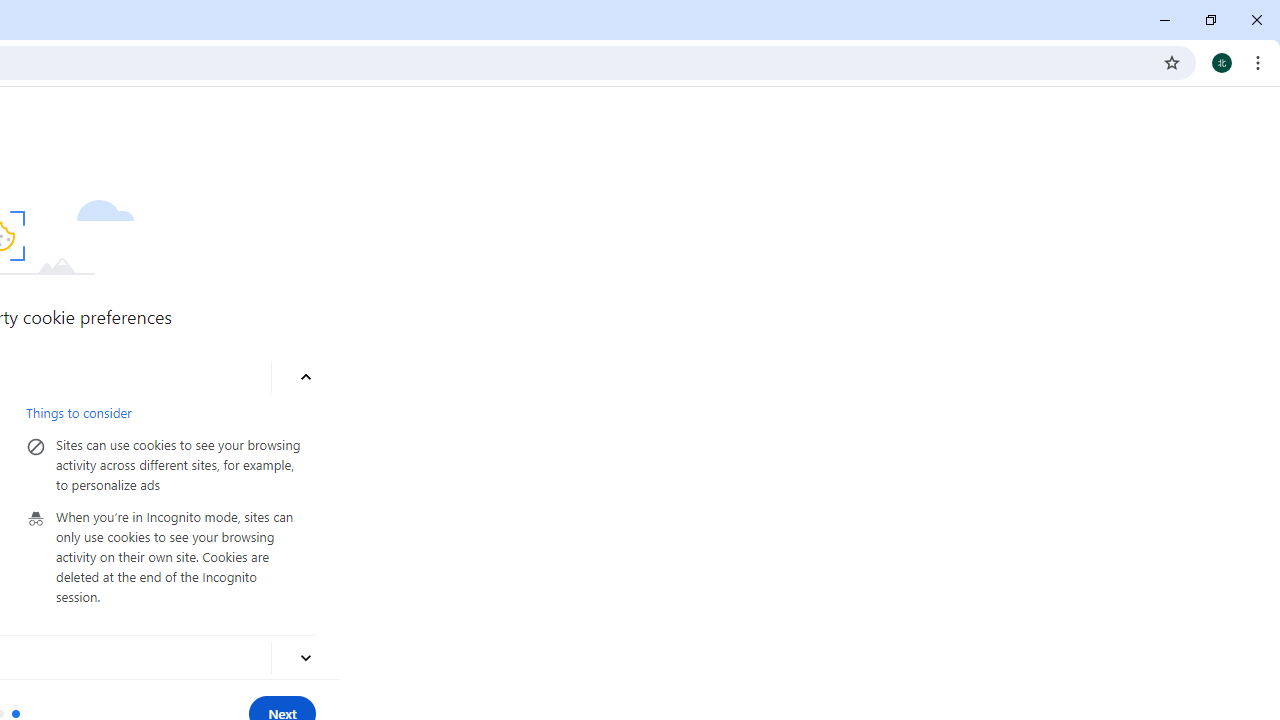  I want to click on 'More about blocking third-party cookies', so click(304, 658).